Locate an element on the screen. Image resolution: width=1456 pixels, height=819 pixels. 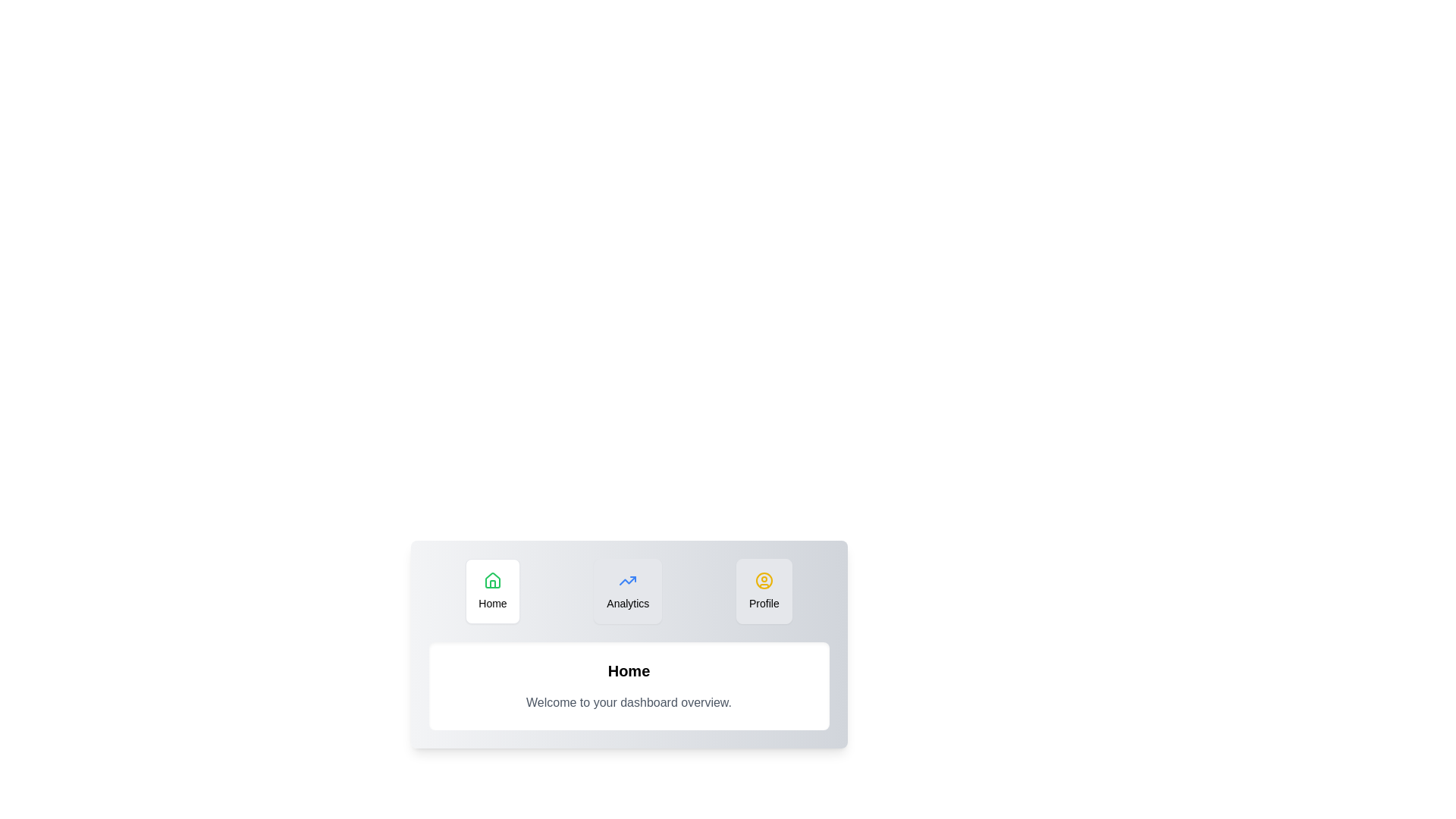
the Home tab to observe the hover effect is located at coordinates (491, 590).